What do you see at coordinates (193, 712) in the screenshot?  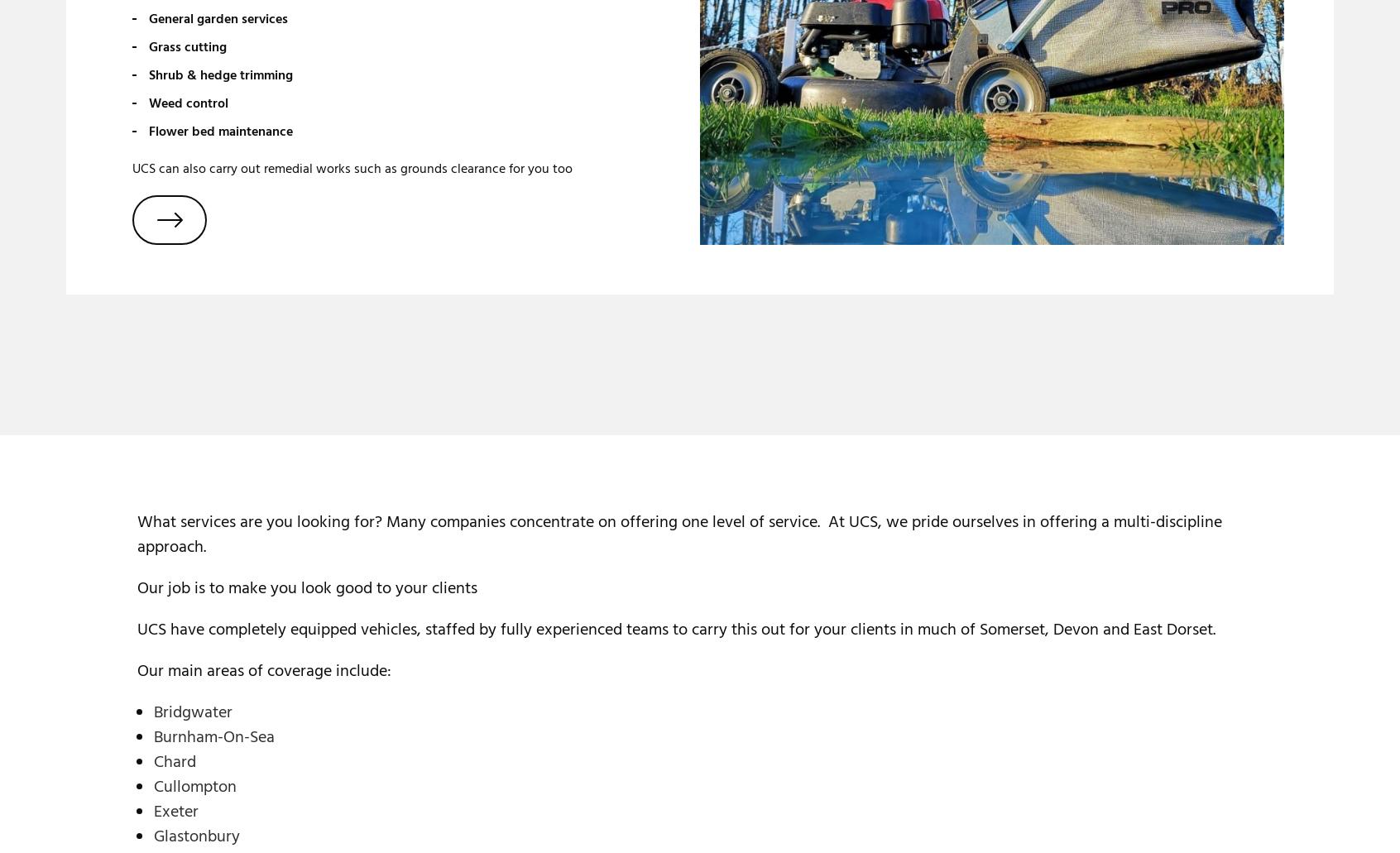 I see `'Bridgwater'` at bounding box center [193, 712].